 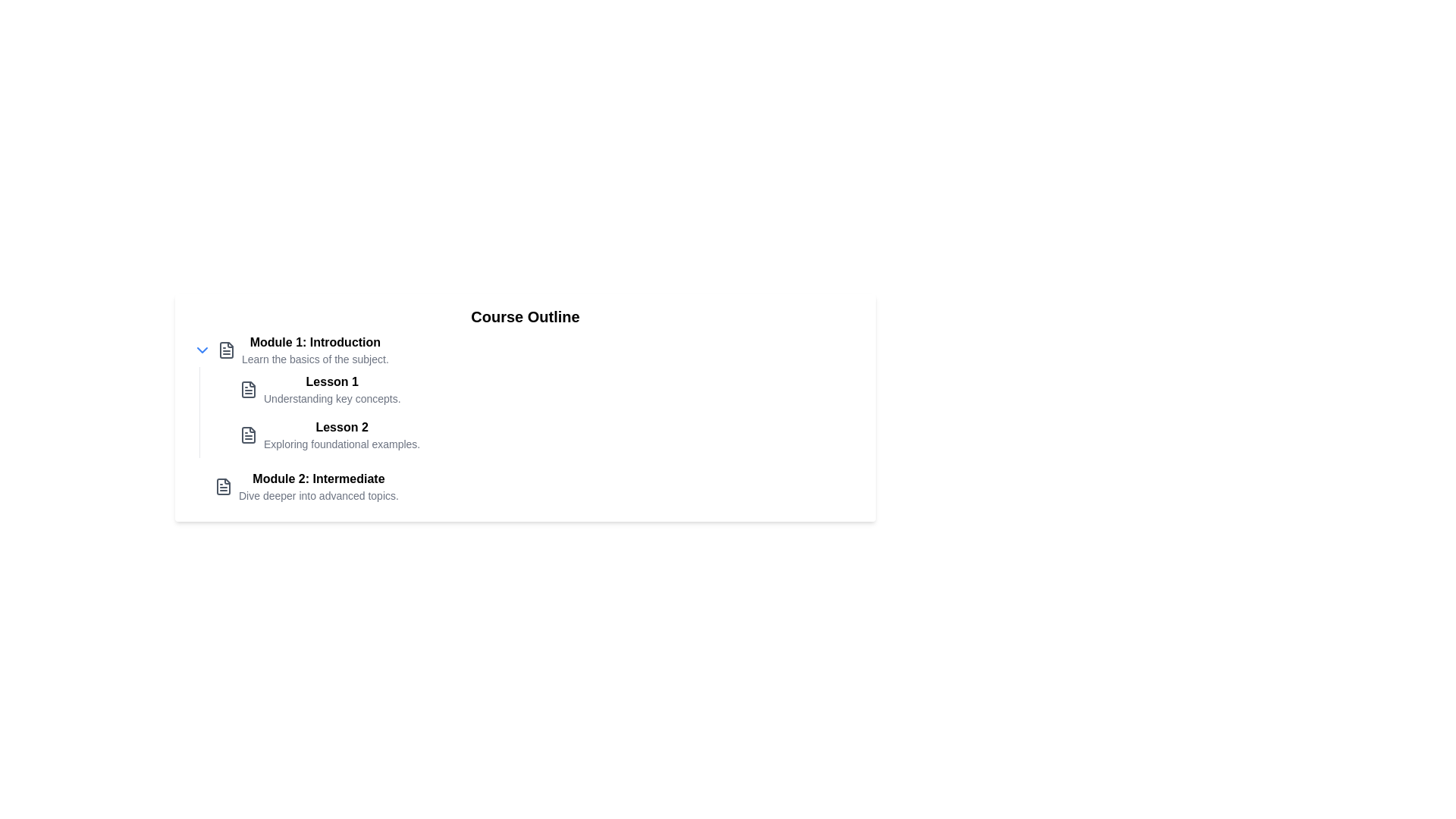 What do you see at coordinates (525, 406) in the screenshot?
I see `the center of the 'Course Outline' box, which has a white background and rounded corners, for interactions` at bounding box center [525, 406].